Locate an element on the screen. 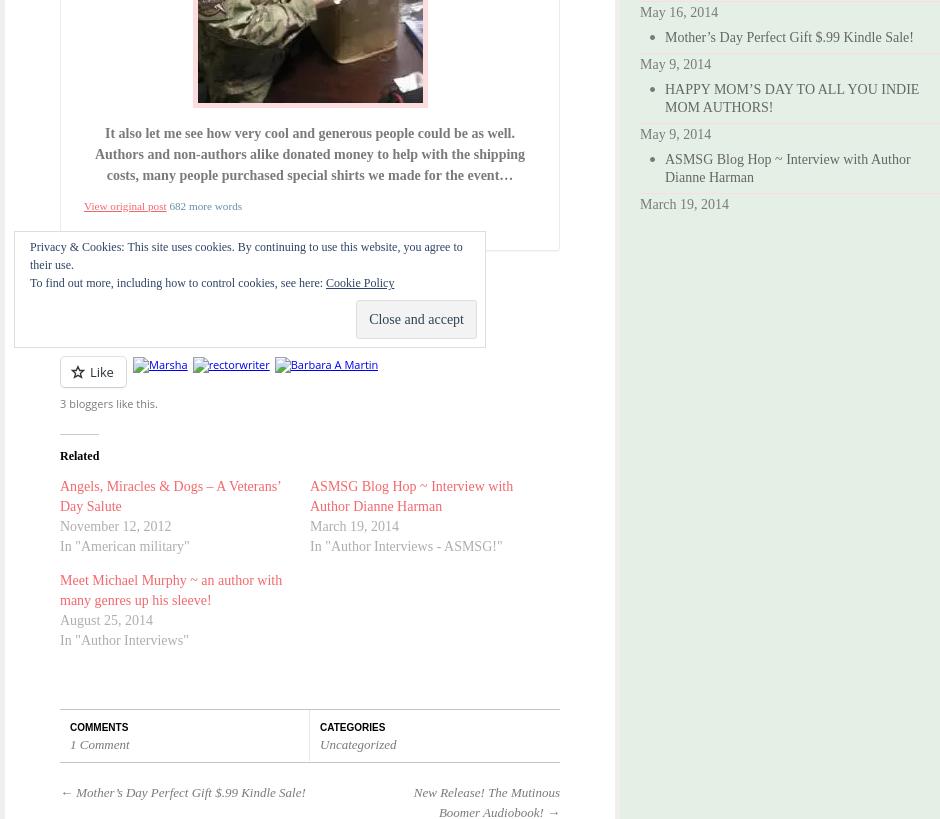 The image size is (940, 819). 'May 16, 2014' is located at coordinates (677, 11).